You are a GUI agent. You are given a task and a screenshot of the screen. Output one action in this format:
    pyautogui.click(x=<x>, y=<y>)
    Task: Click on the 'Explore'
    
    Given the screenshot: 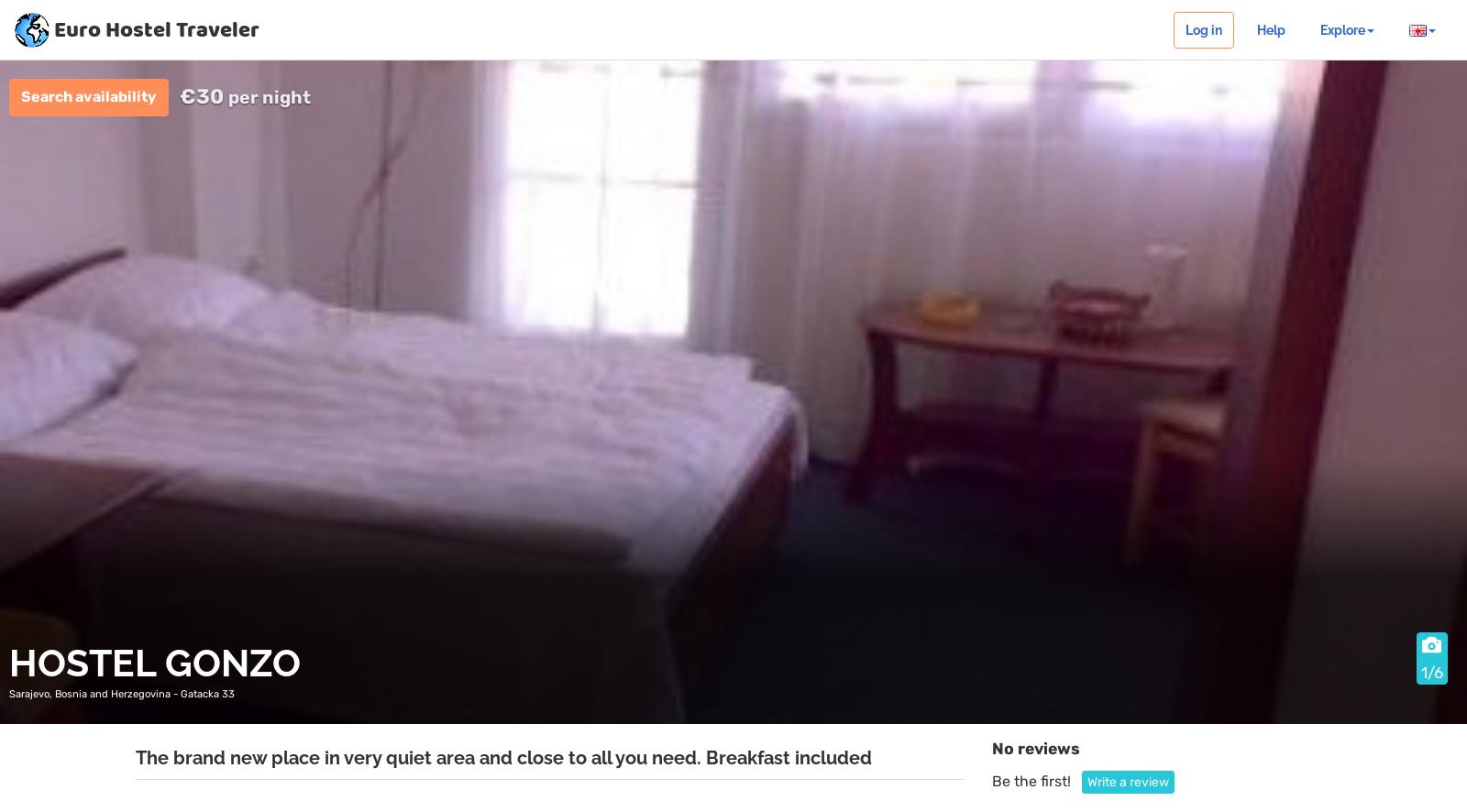 What is the action you would take?
    pyautogui.click(x=1342, y=28)
    